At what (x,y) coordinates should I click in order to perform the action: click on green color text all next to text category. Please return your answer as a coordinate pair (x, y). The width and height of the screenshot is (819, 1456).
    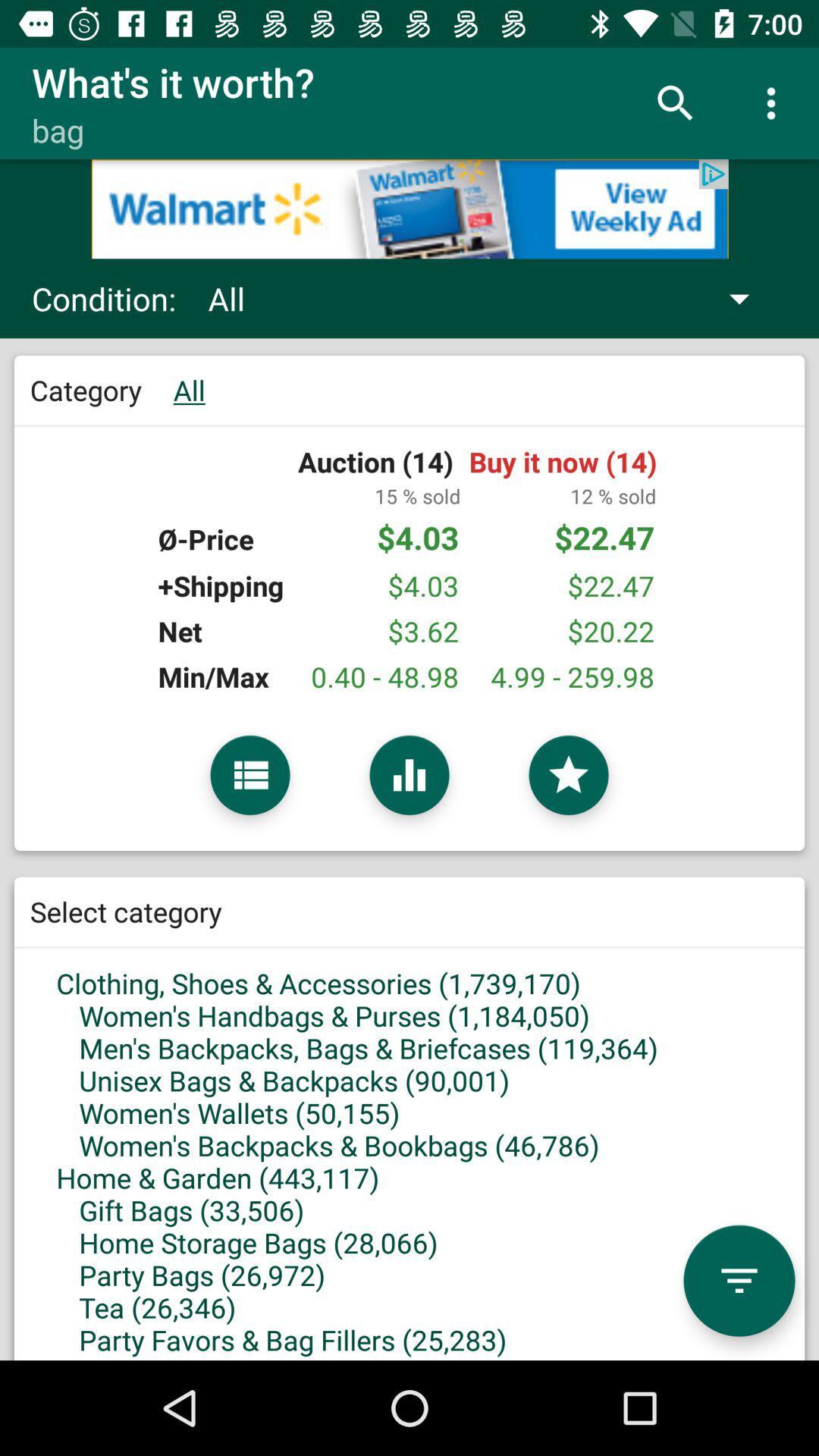
    Looking at the image, I should click on (189, 390).